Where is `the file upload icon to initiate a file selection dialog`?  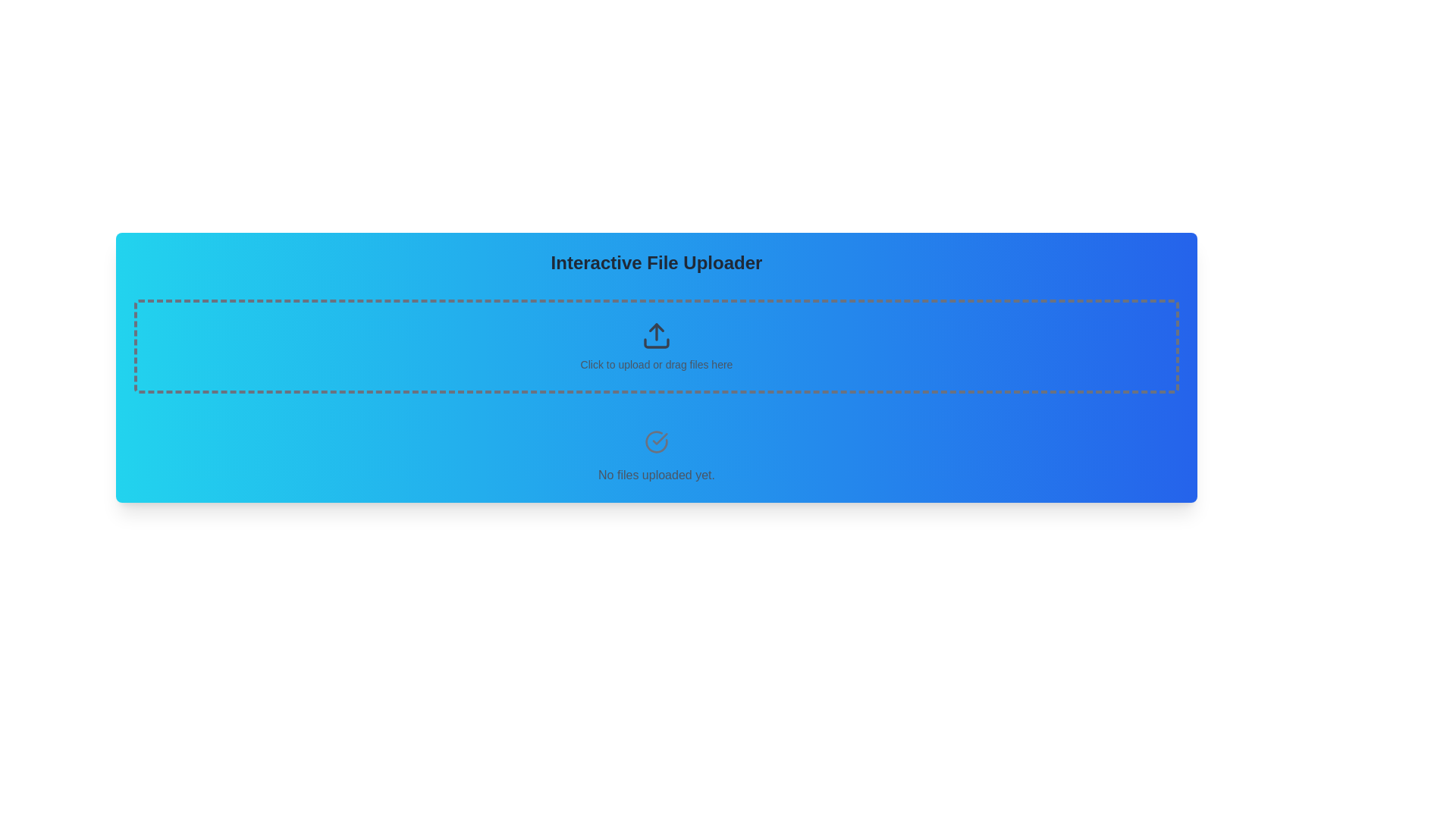 the file upload icon to initiate a file selection dialog is located at coordinates (656, 335).